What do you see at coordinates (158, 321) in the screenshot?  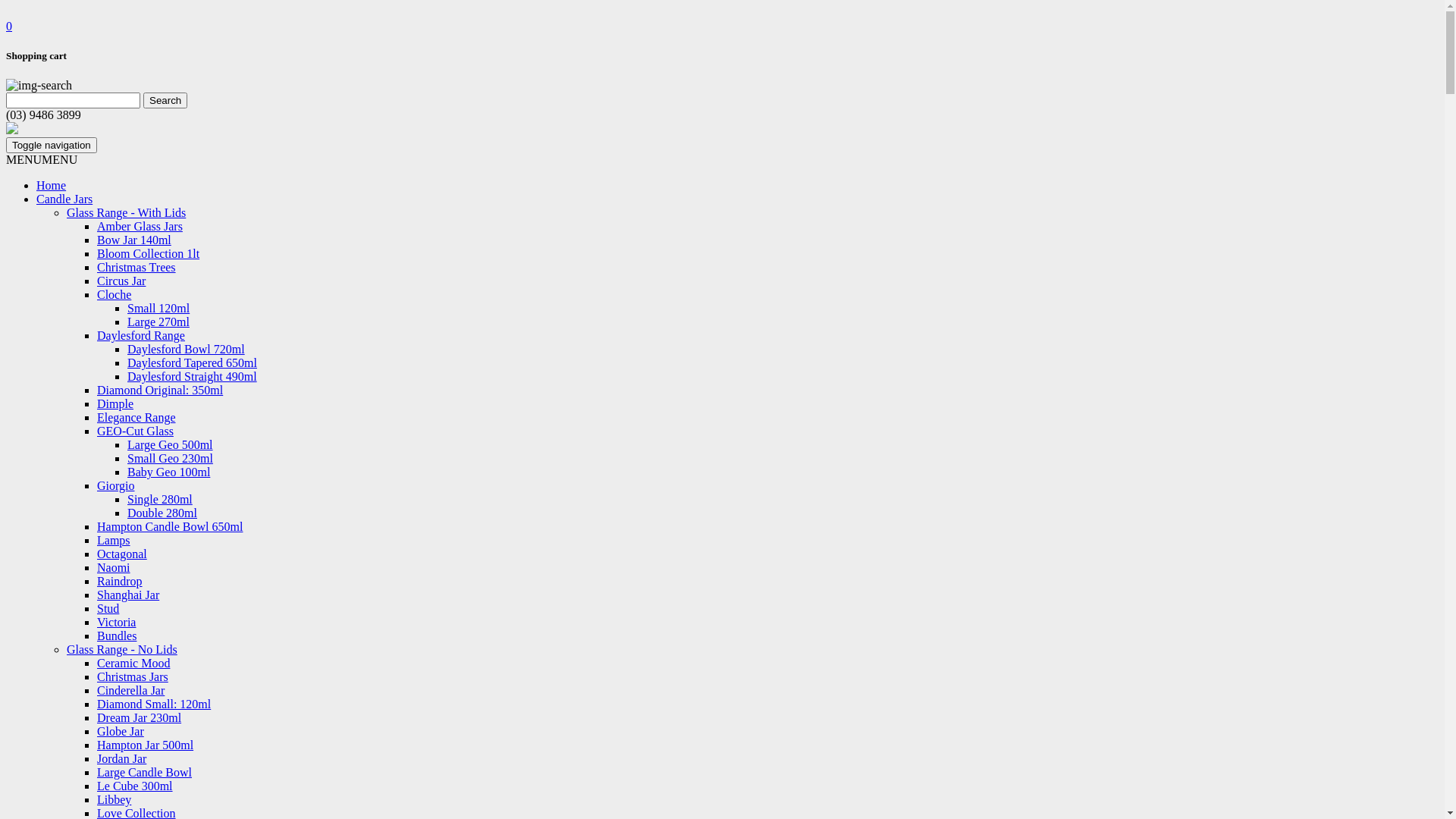 I see `'Large 270ml'` at bounding box center [158, 321].